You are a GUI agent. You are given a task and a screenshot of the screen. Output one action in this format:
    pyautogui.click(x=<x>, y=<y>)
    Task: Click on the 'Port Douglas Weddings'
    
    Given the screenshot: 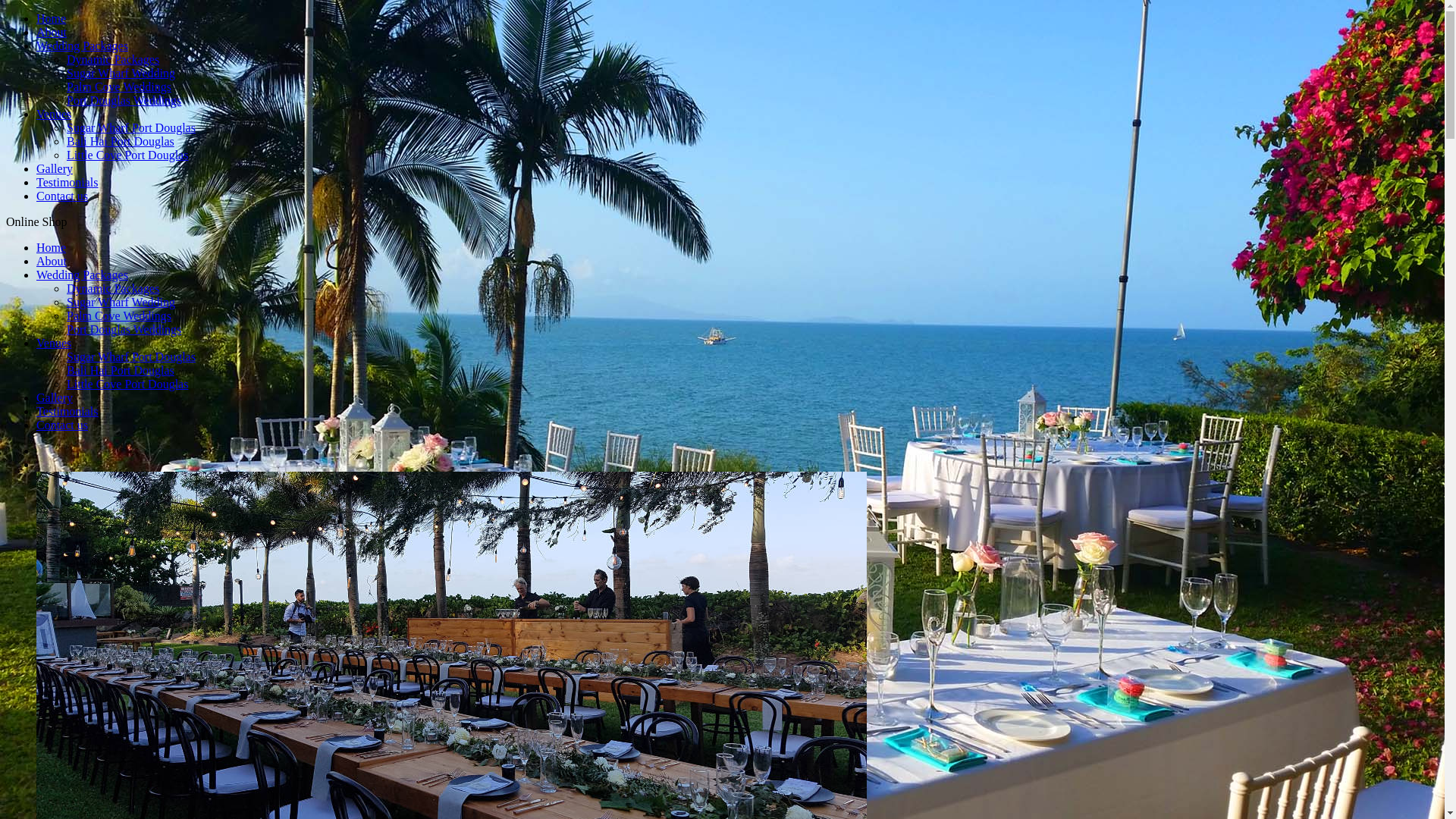 What is the action you would take?
    pyautogui.click(x=124, y=328)
    